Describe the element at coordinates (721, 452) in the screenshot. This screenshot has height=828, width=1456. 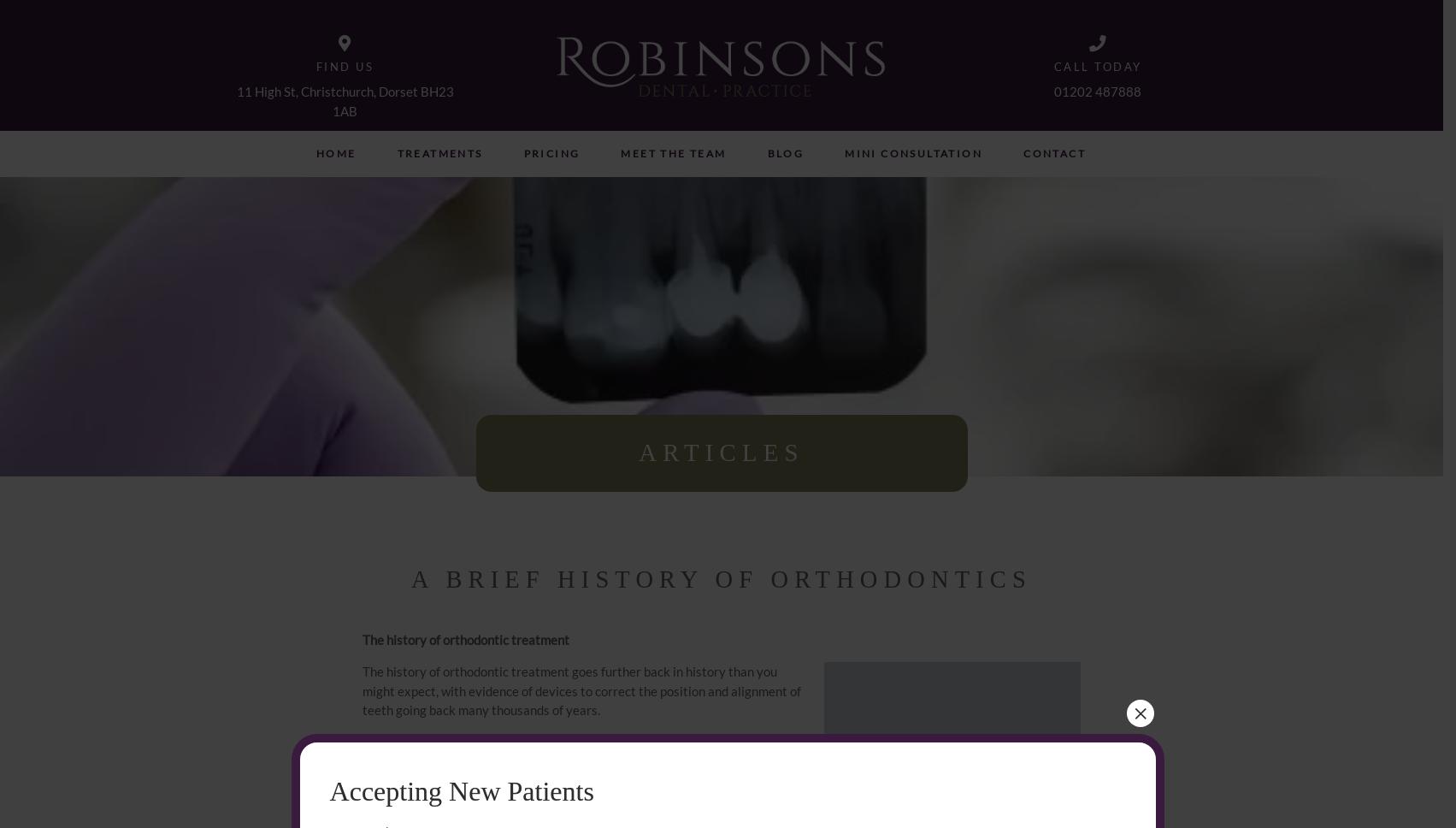
I see `'Articles'` at that location.